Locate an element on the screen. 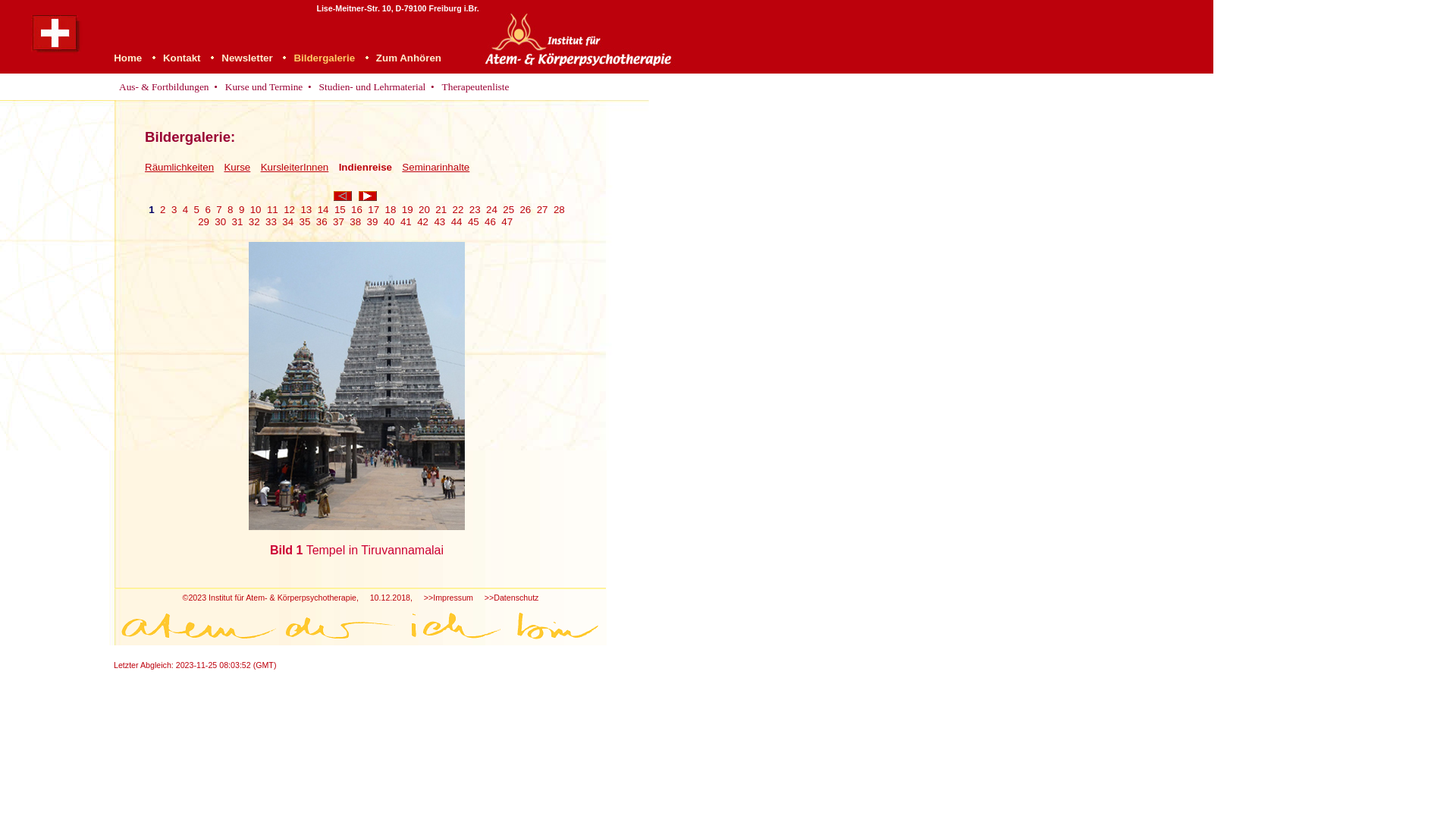 This screenshot has height=819, width=1456. '>>Impressum' is located at coordinates (447, 596).